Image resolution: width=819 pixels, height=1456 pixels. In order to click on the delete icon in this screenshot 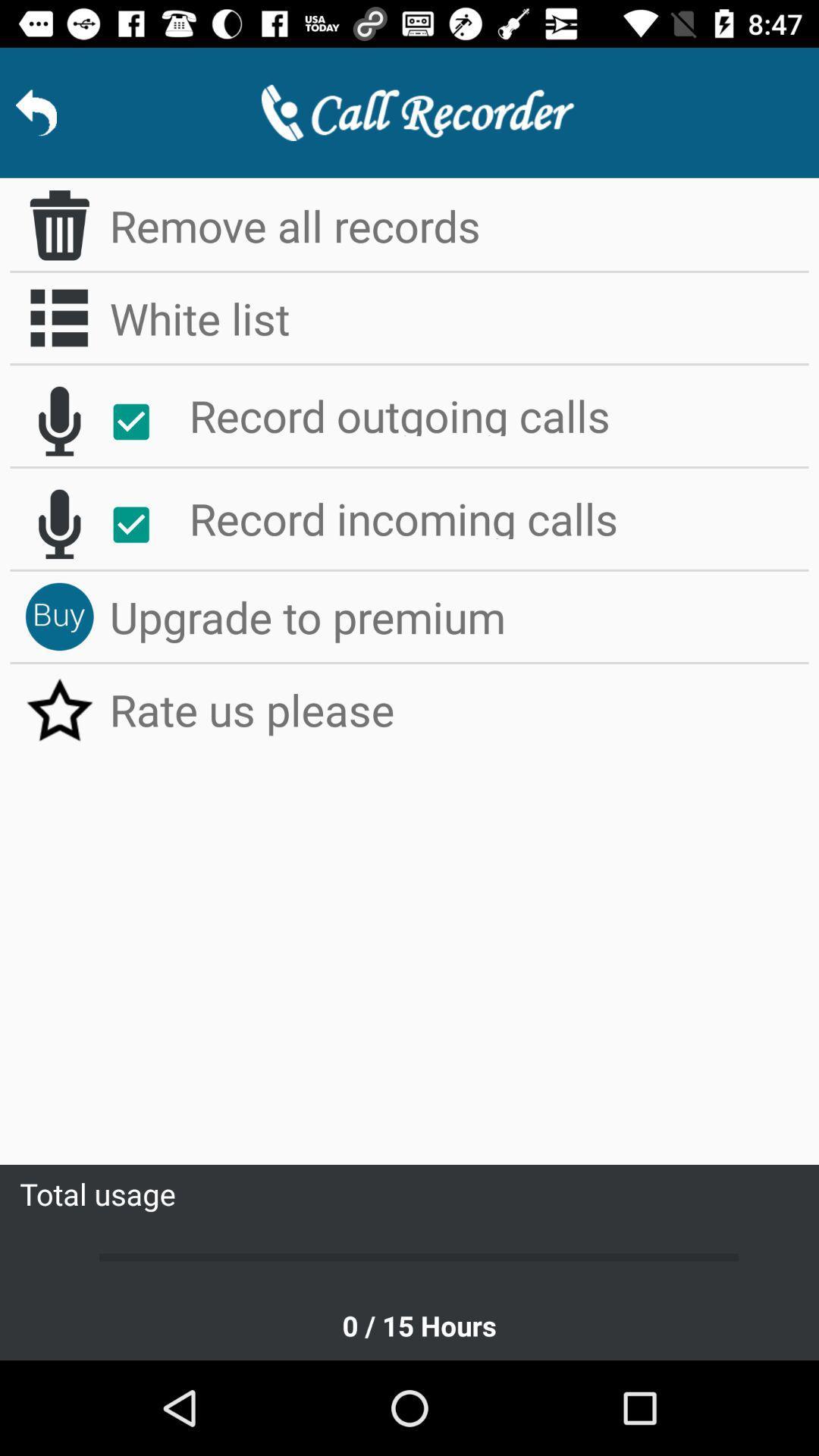, I will do `click(58, 224)`.